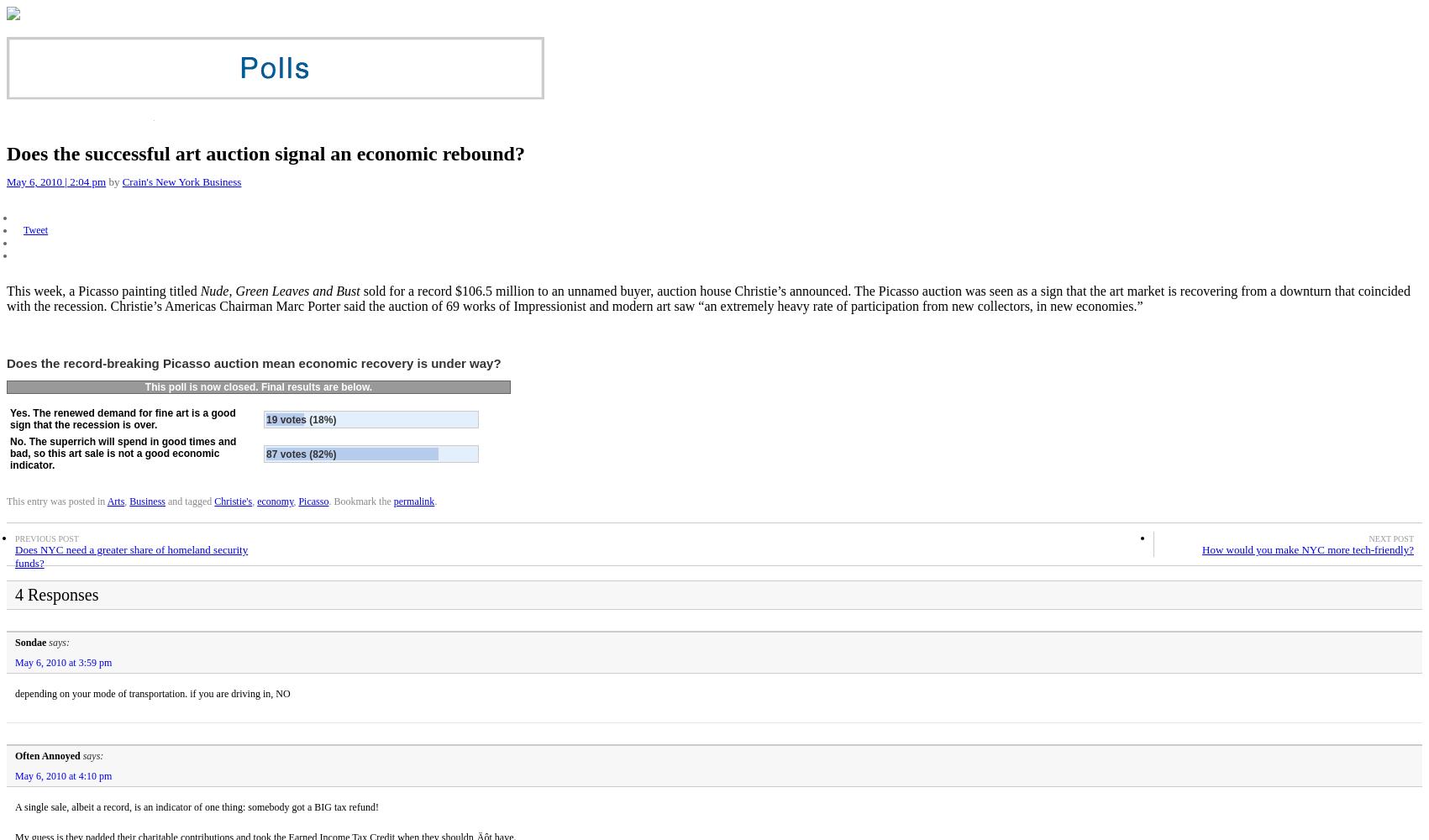 The image size is (1429, 840). I want to click on 'and tagged', so click(189, 501).